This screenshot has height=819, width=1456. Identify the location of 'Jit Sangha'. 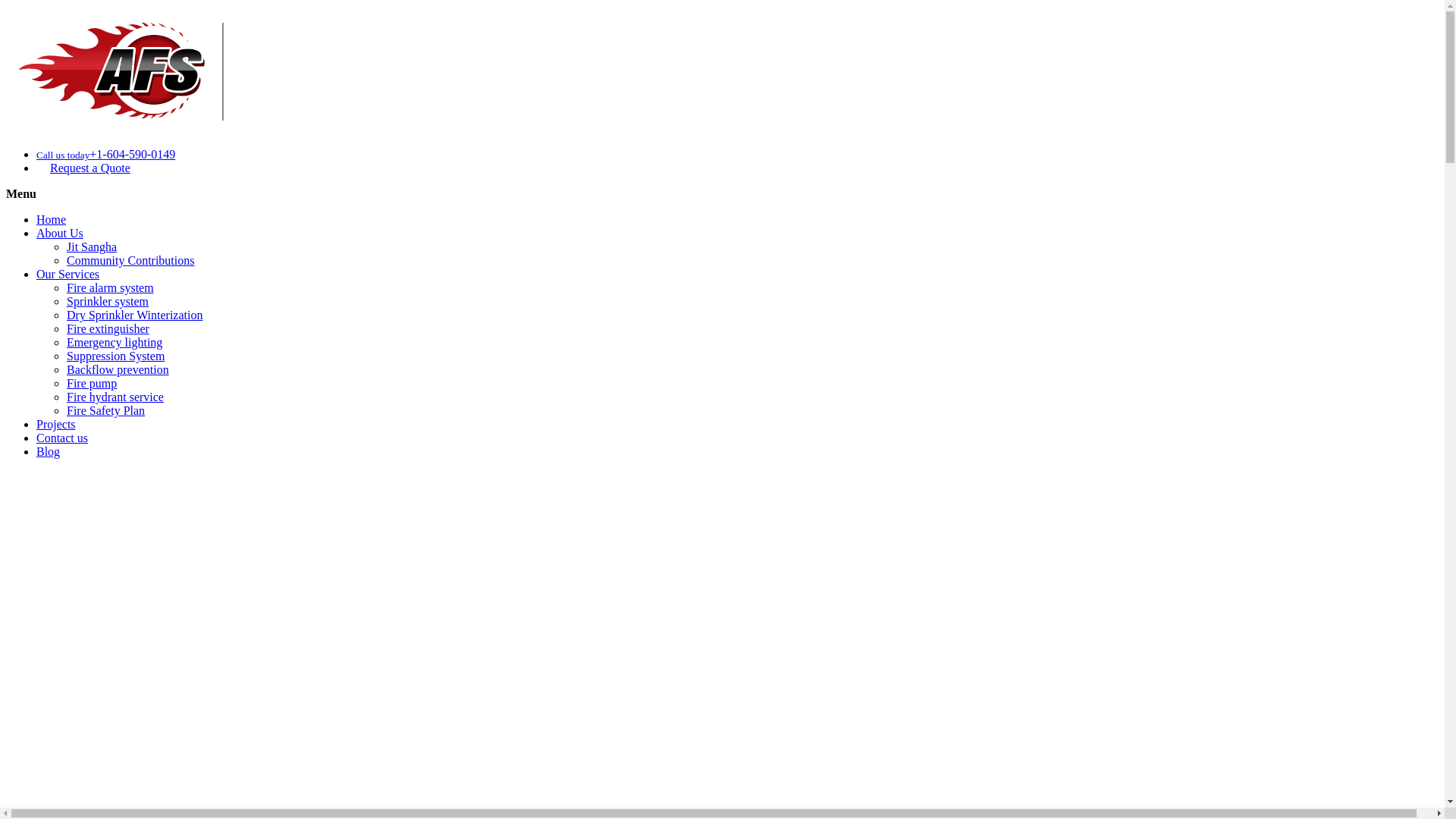
(90, 246).